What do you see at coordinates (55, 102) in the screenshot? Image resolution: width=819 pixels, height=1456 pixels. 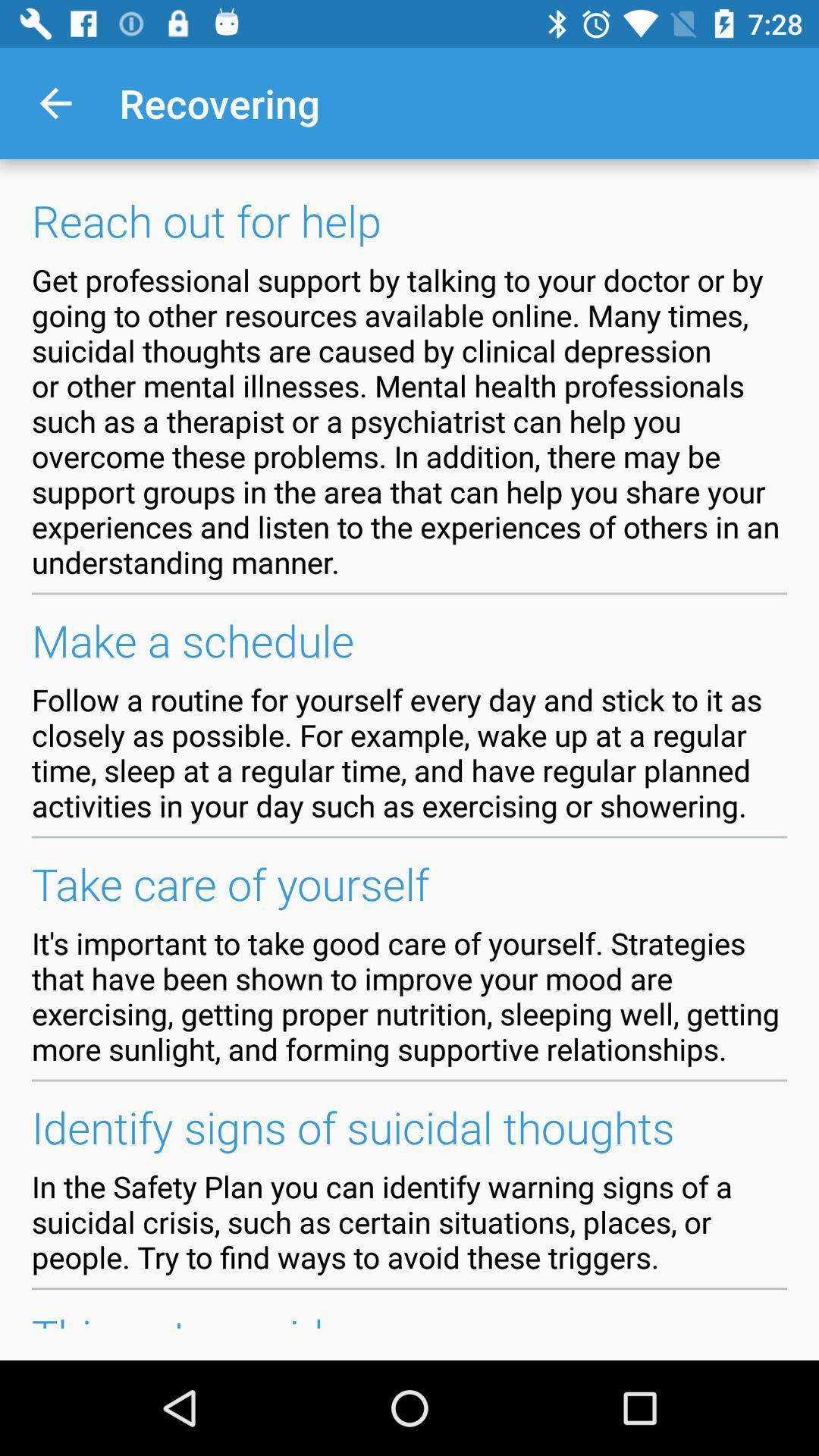 I see `the app to the left of the recovering item` at bounding box center [55, 102].